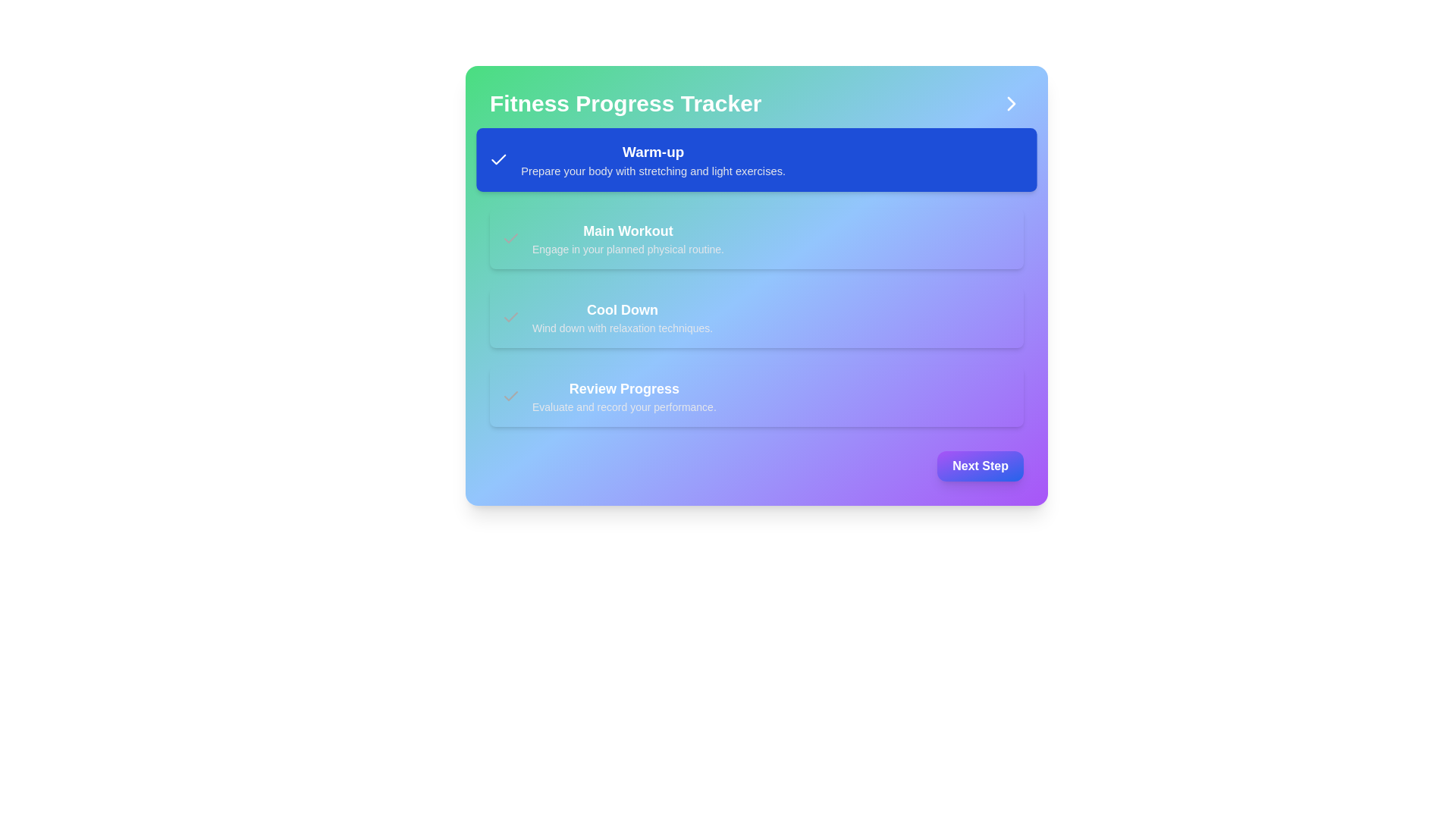 The image size is (1456, 819). Describe the element at coordinates (653, 160) in the screenshot. I see `the text block displaying the heading 'Warm-up' and description 'Prepare your body with stretching and light exercises.' with a blue background` at that location.